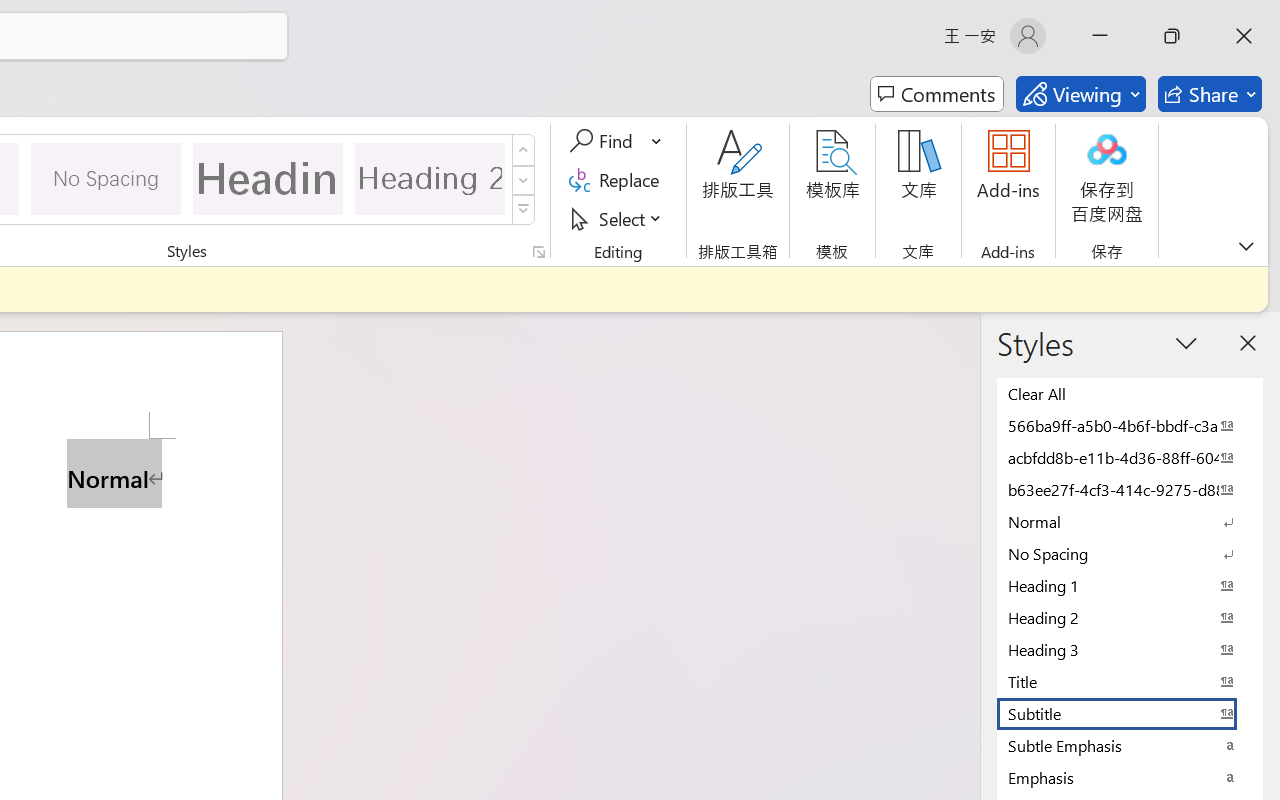 The height and width of the screenshot is (800, 1280). I want to click on 'Emphasis', so click(1130, 776).